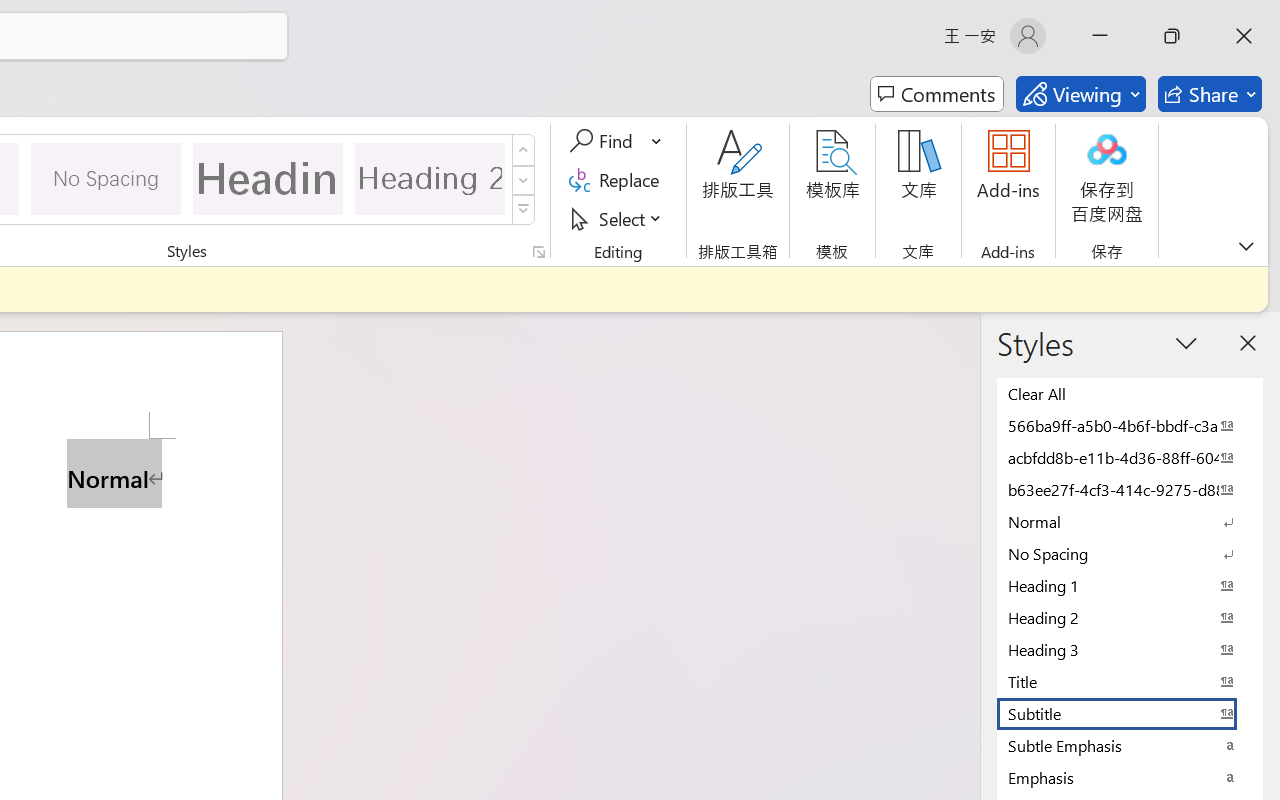 The height and width of the screenshot is (800, 1280). I want to click on 'Emphasis', so click(1130, 776).